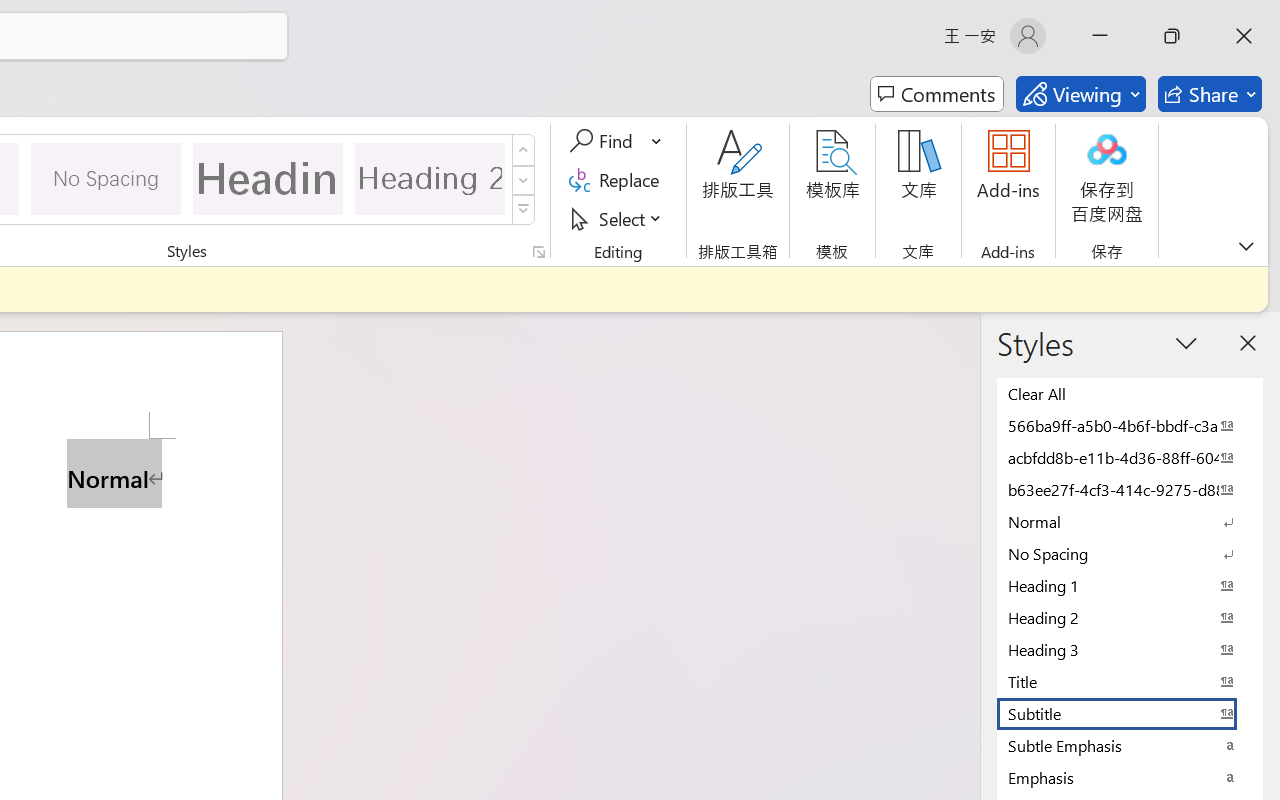 The height and width of the screenshot is (800, 1280). I want to click on 'Emphasis', so click(1130, 776).